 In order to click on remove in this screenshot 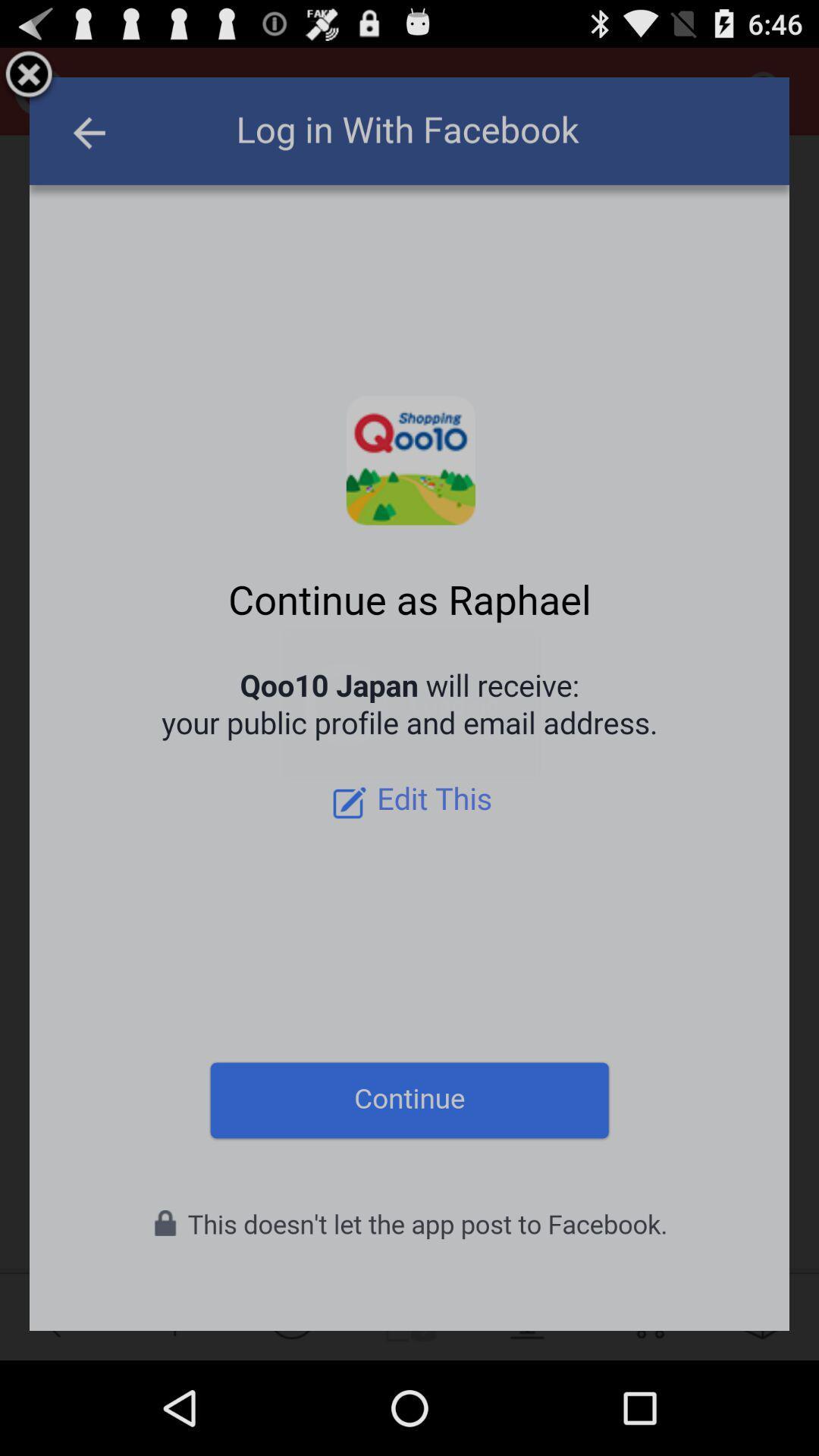, I will do `click(29, 76)`.